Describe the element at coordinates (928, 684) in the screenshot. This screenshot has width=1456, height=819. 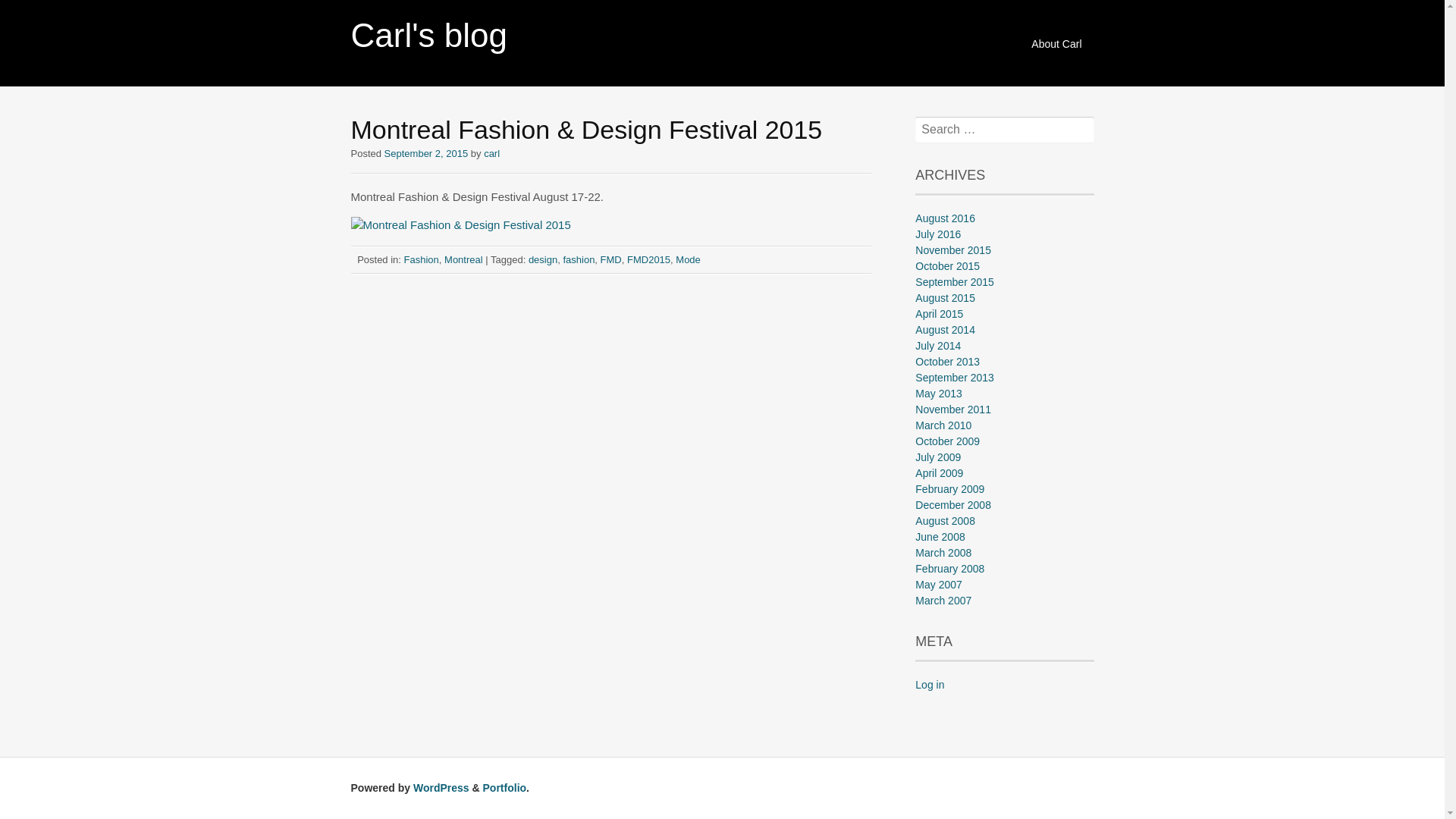
I see `'Log in'` at that location.